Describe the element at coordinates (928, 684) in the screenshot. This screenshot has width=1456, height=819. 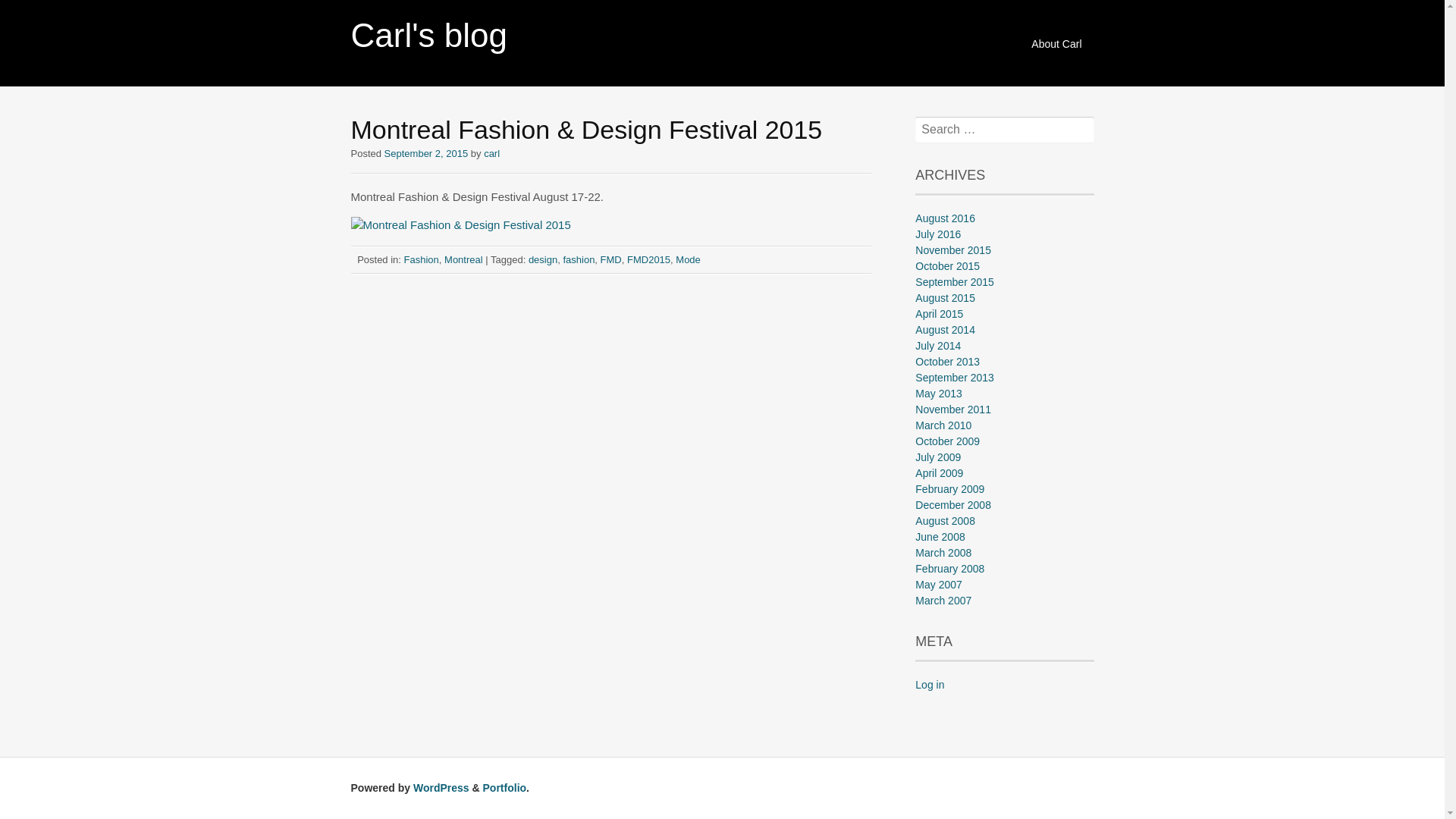
I see `'Log in'` at that location.